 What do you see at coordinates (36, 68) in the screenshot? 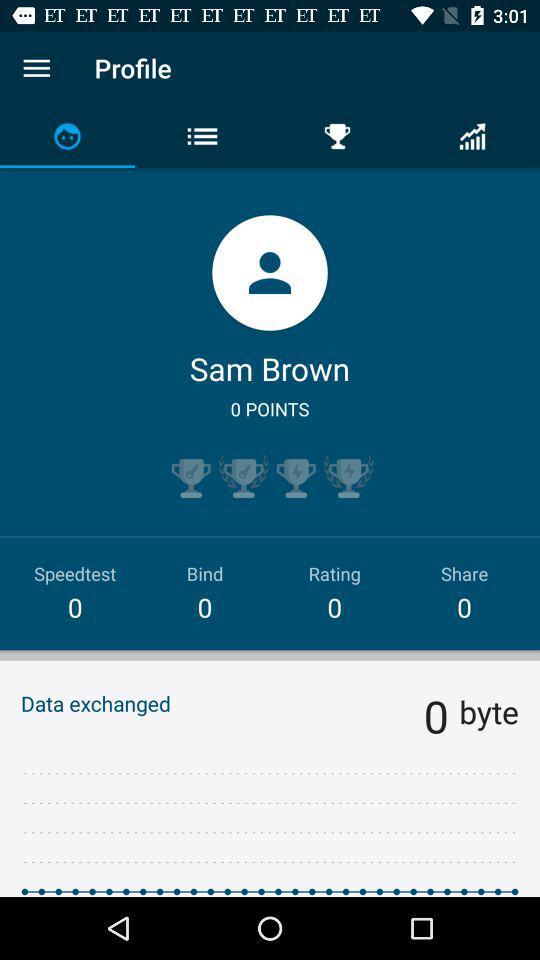
I see `the icon next to profile item` at bounding box center [36, 68].